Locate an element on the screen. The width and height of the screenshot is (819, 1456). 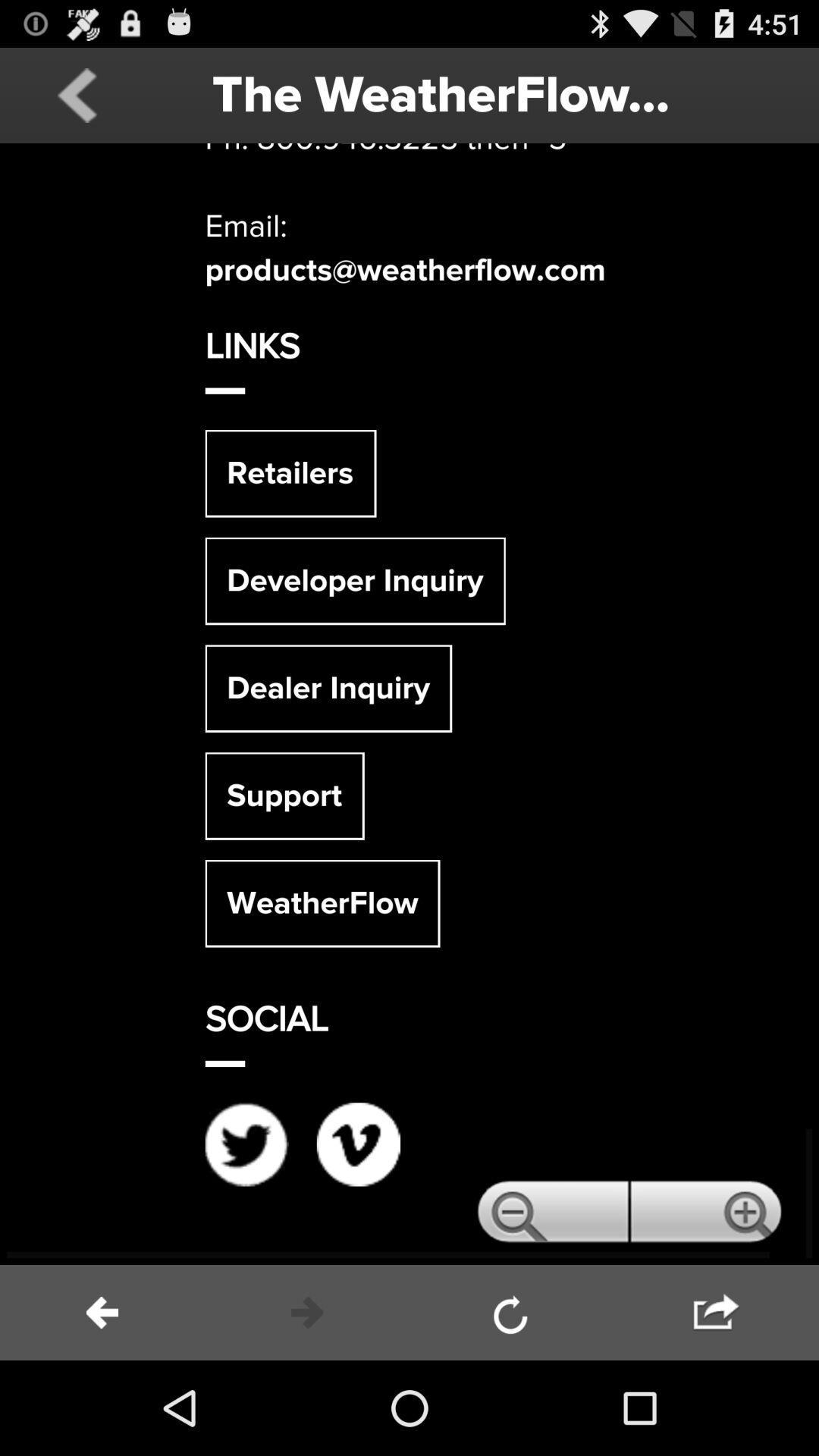
go back is located at coordinates (77, 94).